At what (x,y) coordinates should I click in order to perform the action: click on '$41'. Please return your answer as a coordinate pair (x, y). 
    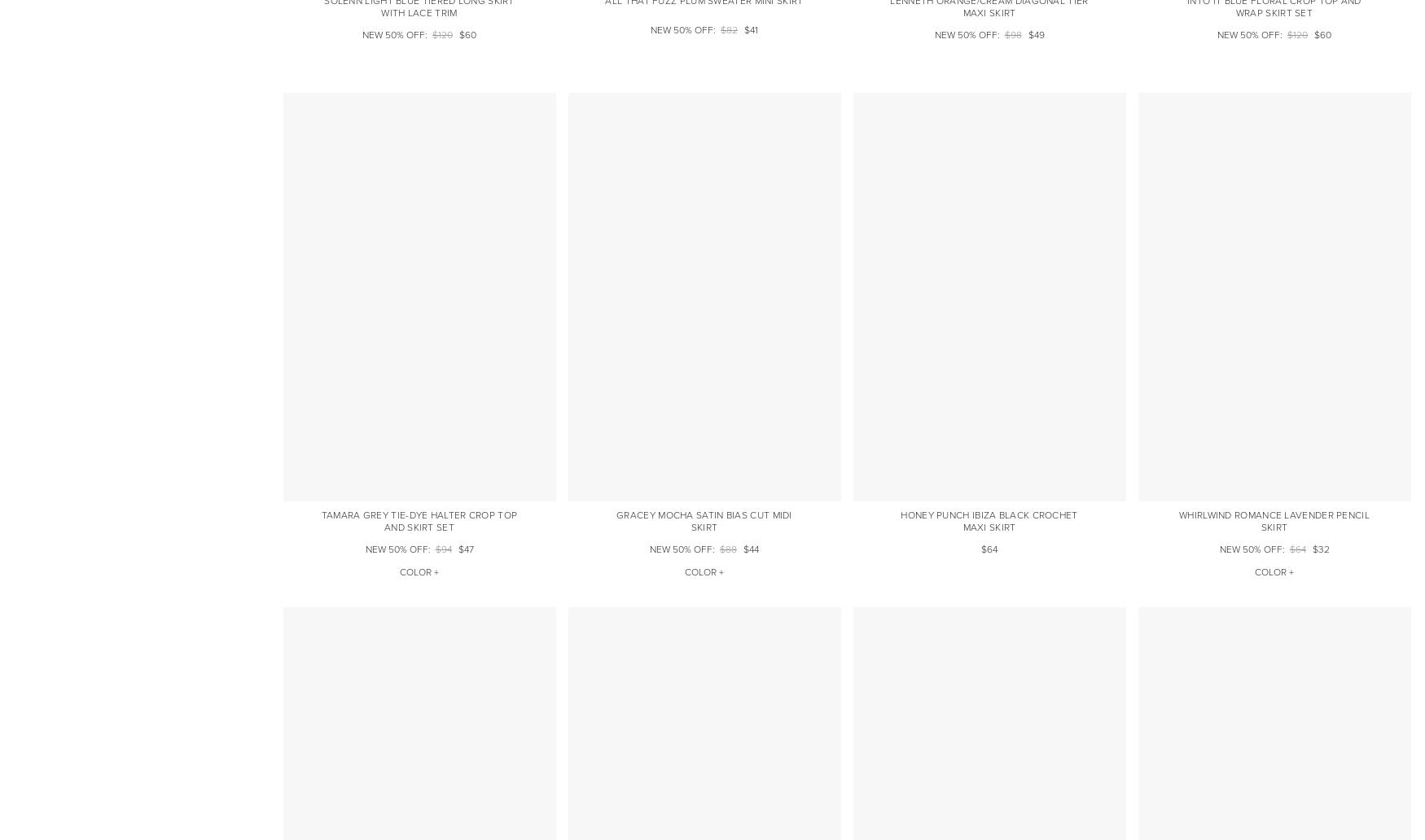
    Looking at the image, I should click on (750, 29).